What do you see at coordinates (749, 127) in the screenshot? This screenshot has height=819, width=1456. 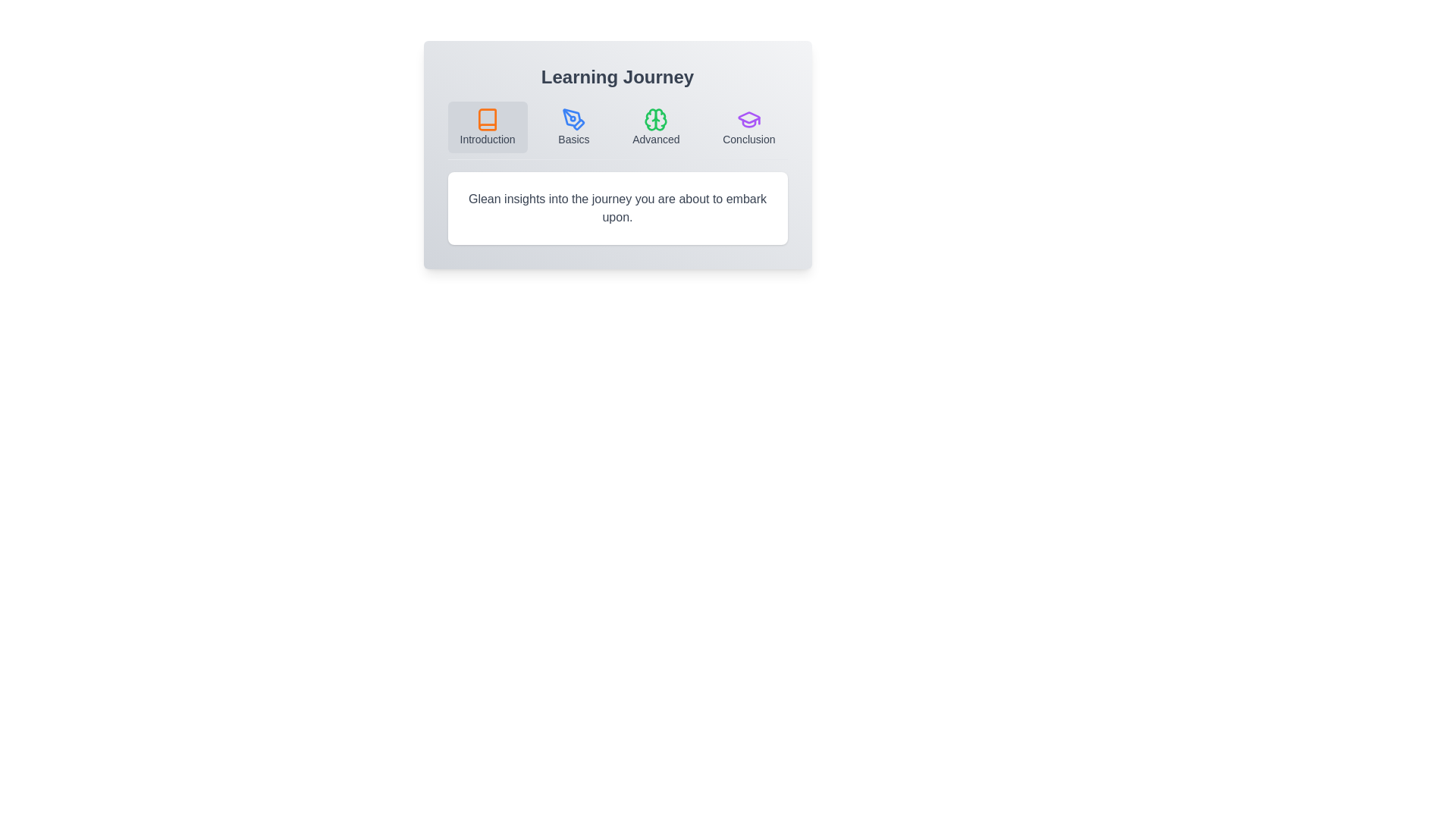 I see `the Conclusion button to view its content` at bounding box center [749, 127].